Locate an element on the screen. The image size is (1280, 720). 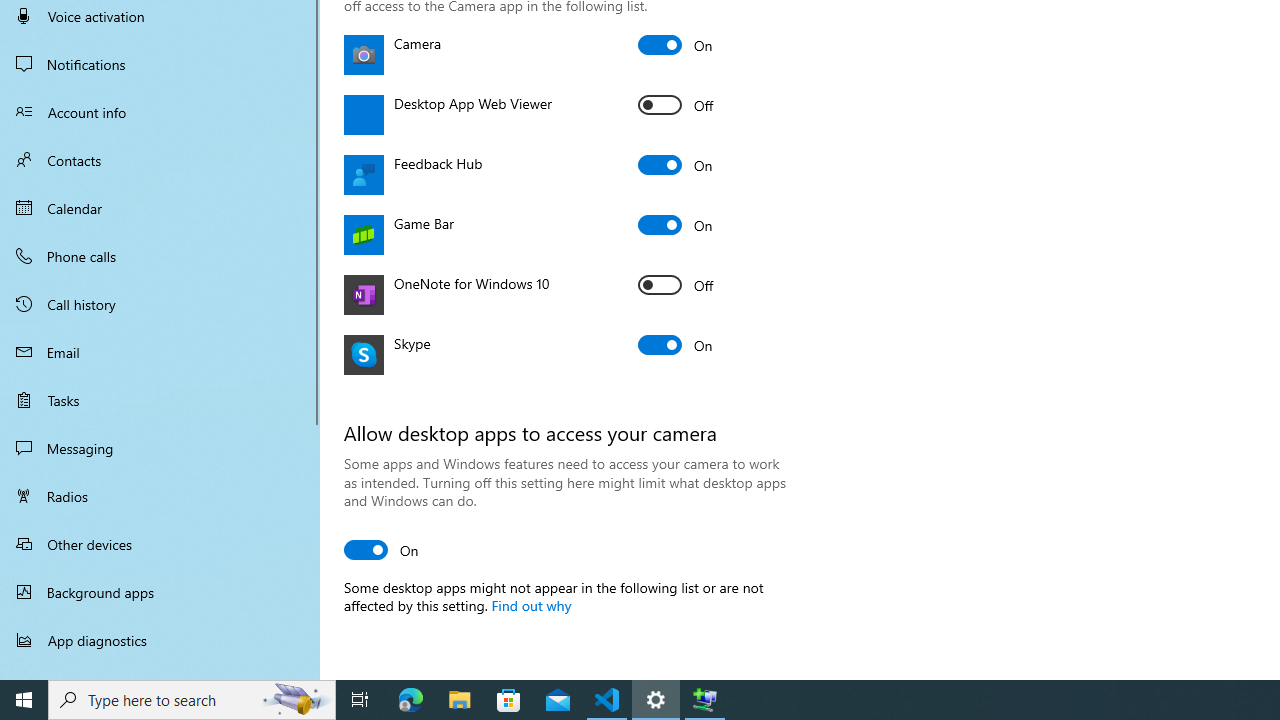
'Call history' is located at coordinates (160, 304).